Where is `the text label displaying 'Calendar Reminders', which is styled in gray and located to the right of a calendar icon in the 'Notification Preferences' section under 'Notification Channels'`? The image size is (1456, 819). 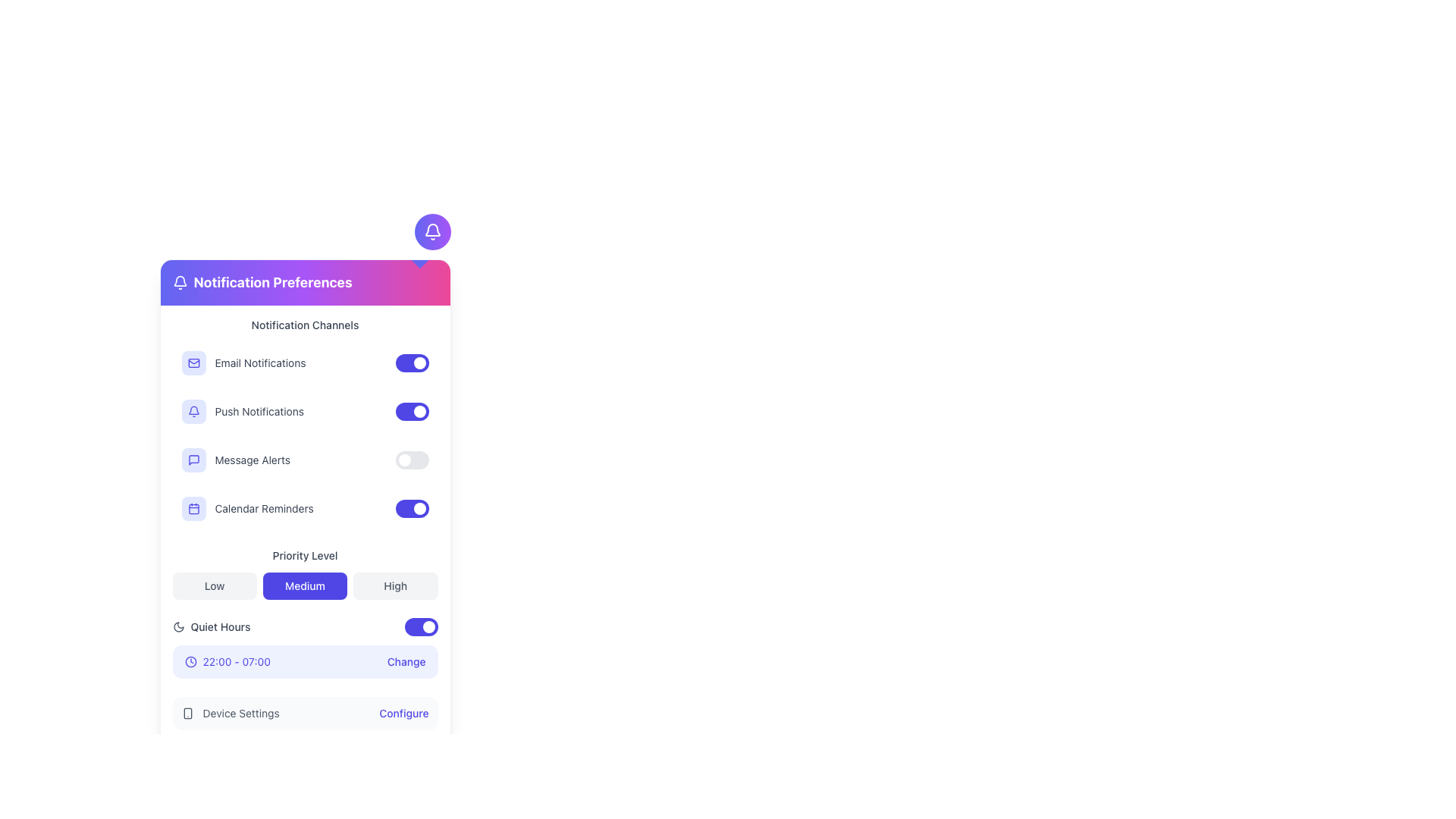
the text label displaying 'Calendar Reminders', which is styled in gray and located to the right of a calendar icon in the 'Notification Preferences' section under 'Notification Channels' is located at coordinates (264, 509).